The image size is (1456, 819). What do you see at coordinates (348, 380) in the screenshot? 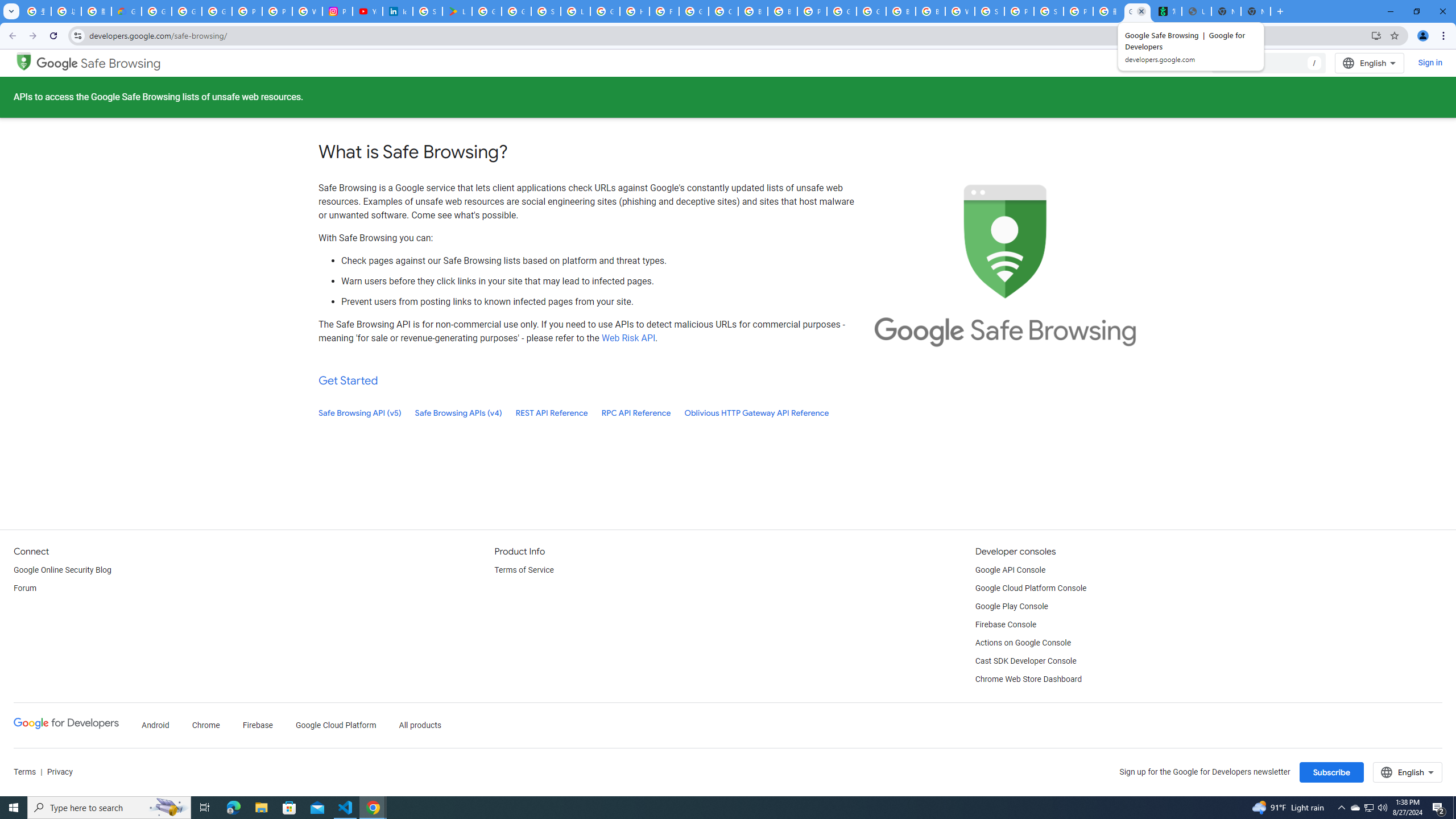
I see `'Get Started'` at bounding box center [348, 380].